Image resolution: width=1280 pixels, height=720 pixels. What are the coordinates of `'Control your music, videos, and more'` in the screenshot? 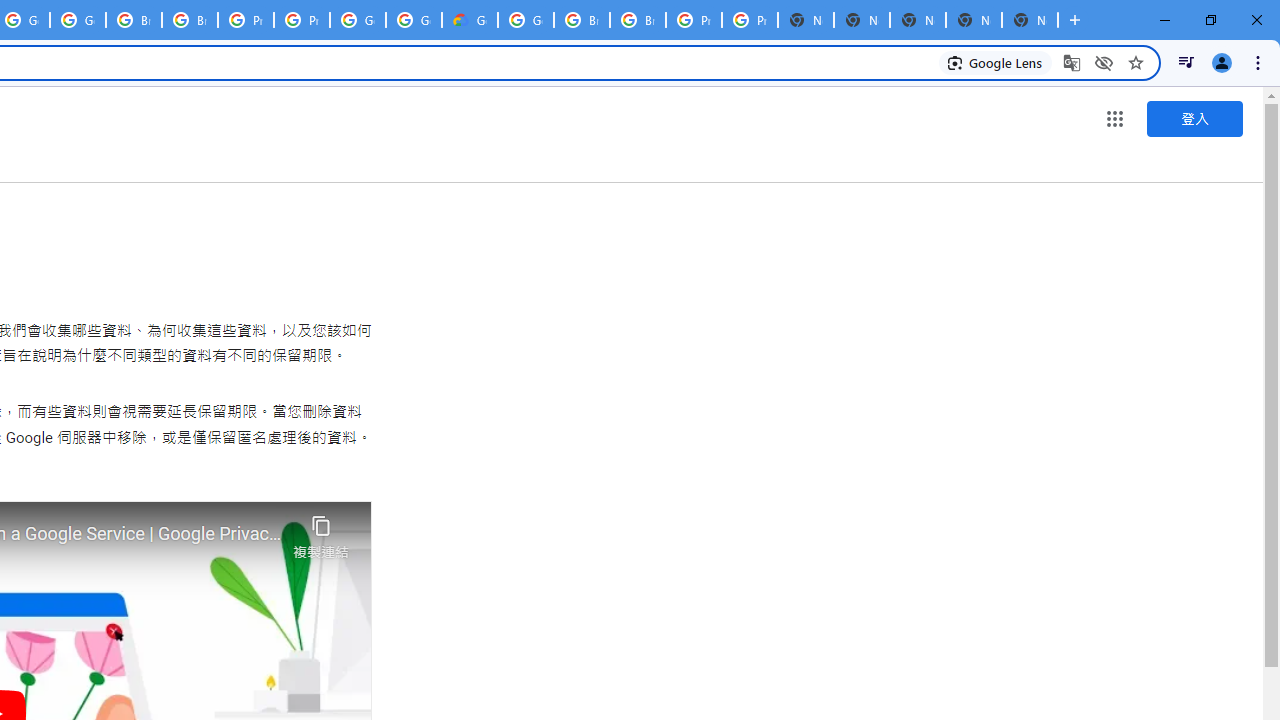 It's located at (1185, 61).